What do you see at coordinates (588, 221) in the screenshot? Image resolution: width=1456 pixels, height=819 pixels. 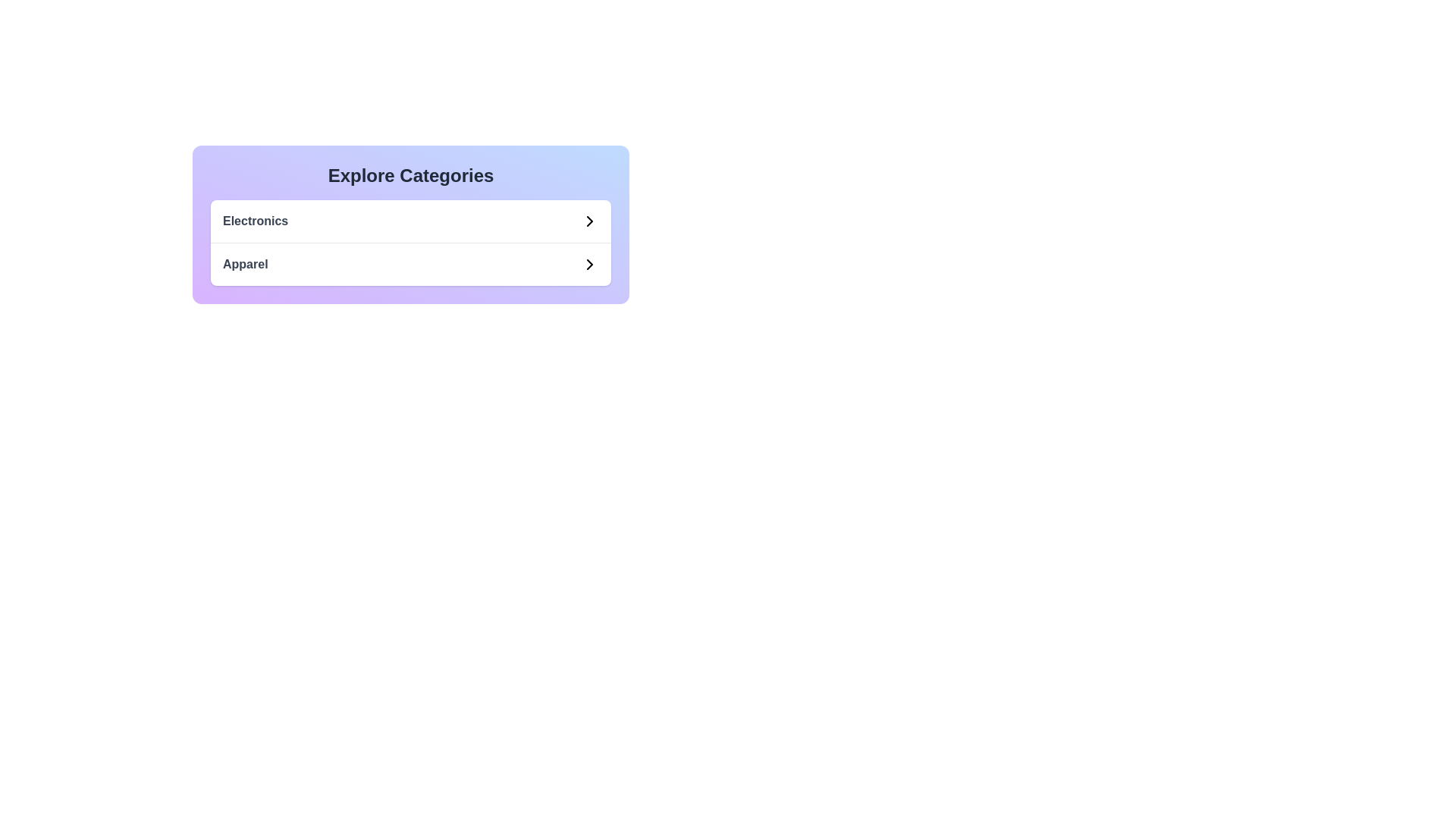 I see `the Chevron icon in the 'Electronics' category row` at bounding box center [588, 221].